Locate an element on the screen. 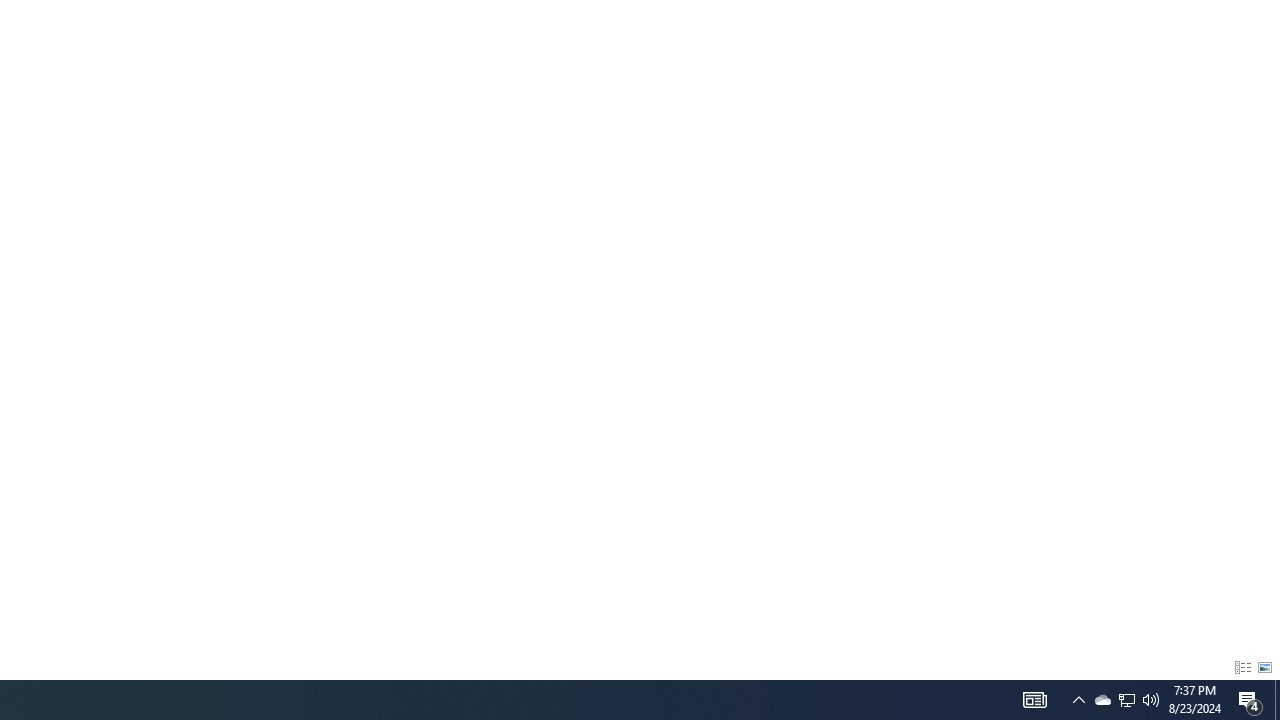  'Large Icons' is located at coordinates (1264, 668).